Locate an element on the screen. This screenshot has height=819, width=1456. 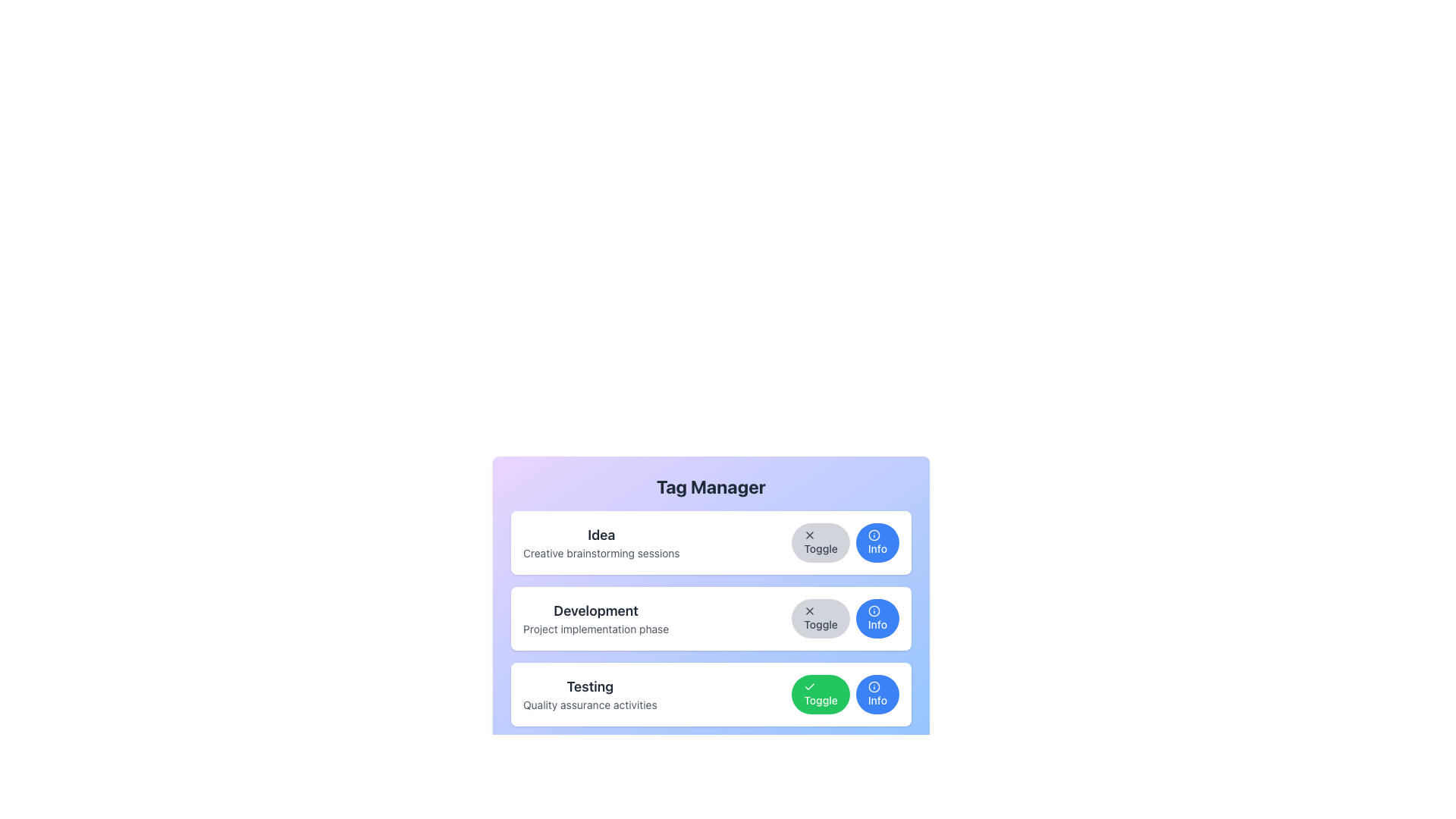
the Icon Button located on the rightmost side of the 'Testing' section is located at coordinates (874, 687).